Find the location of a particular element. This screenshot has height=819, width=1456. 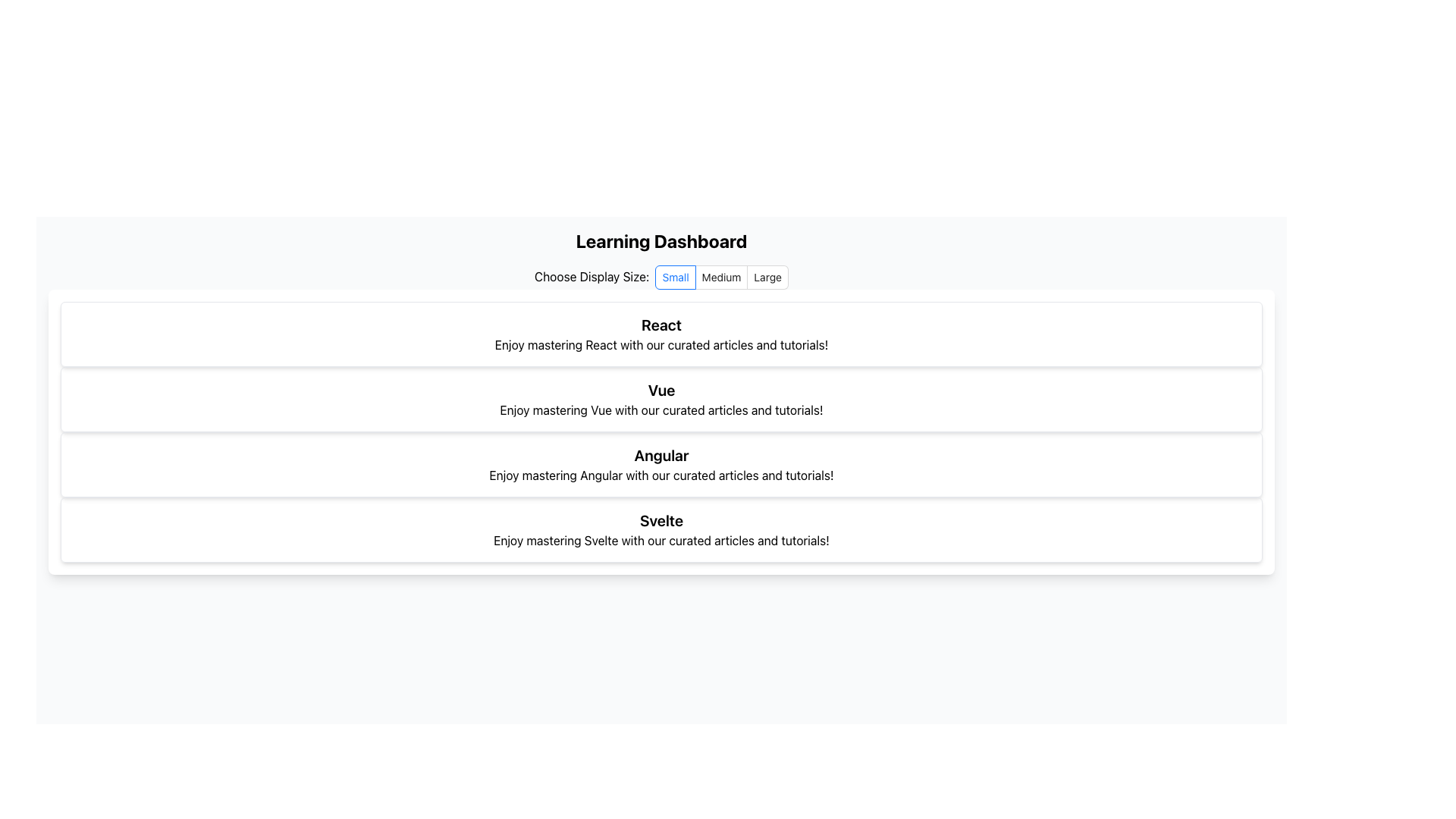

text string 'Enjoy mastering Vue with our curated articles and tutorials!' located below the title 'Vue' within the second card in a list of framework cards is located at coordinates (661, 409).